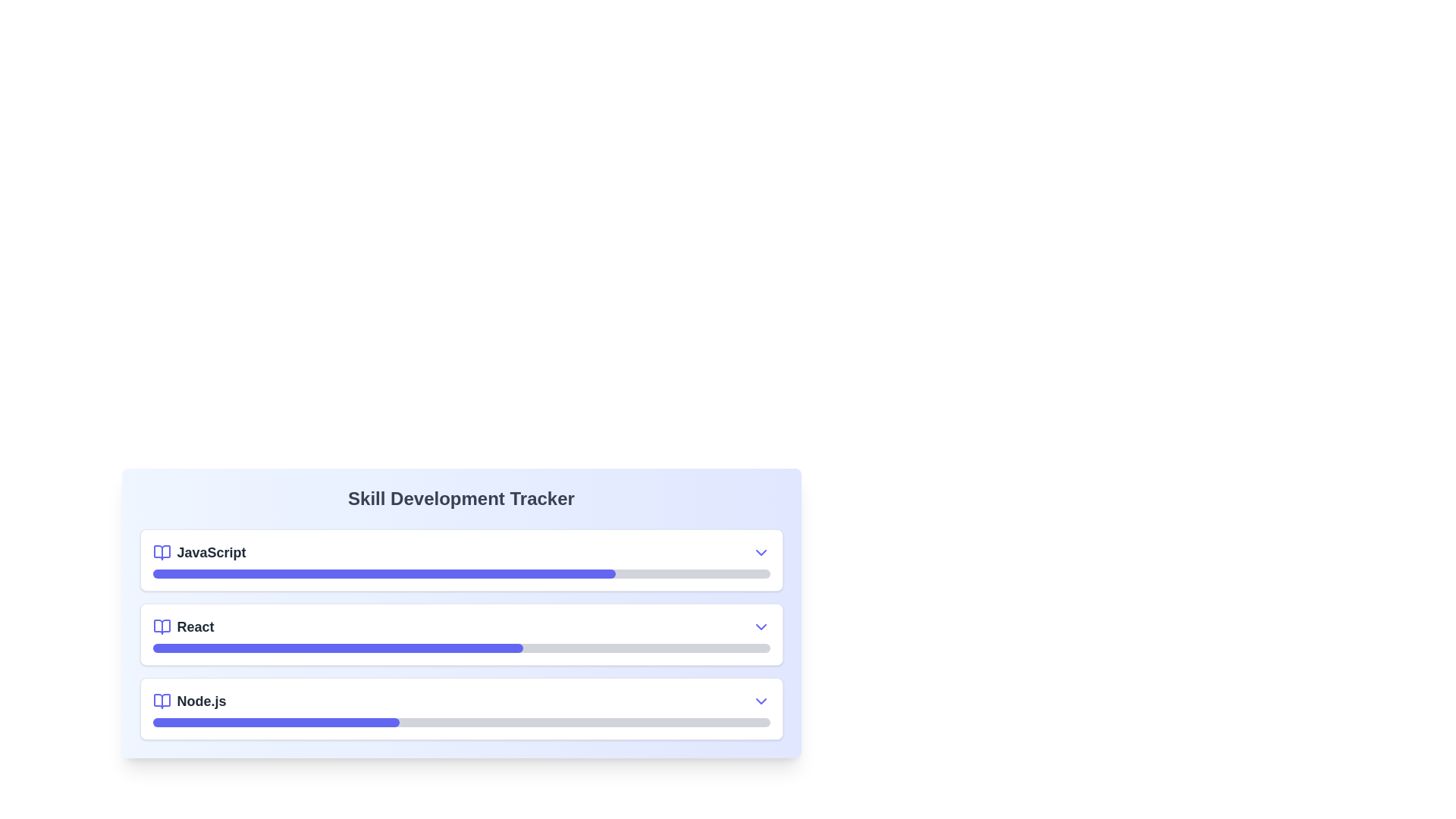  Describe the element at coordinates (460, 721) in the screenshot. I see `the progress bar representing the progress achieved in the skill 'Node.js' within the 'Skill Development Tracker'. This is the third progress bar in the vertical stack, located below the 'Node.js' title` at that location.